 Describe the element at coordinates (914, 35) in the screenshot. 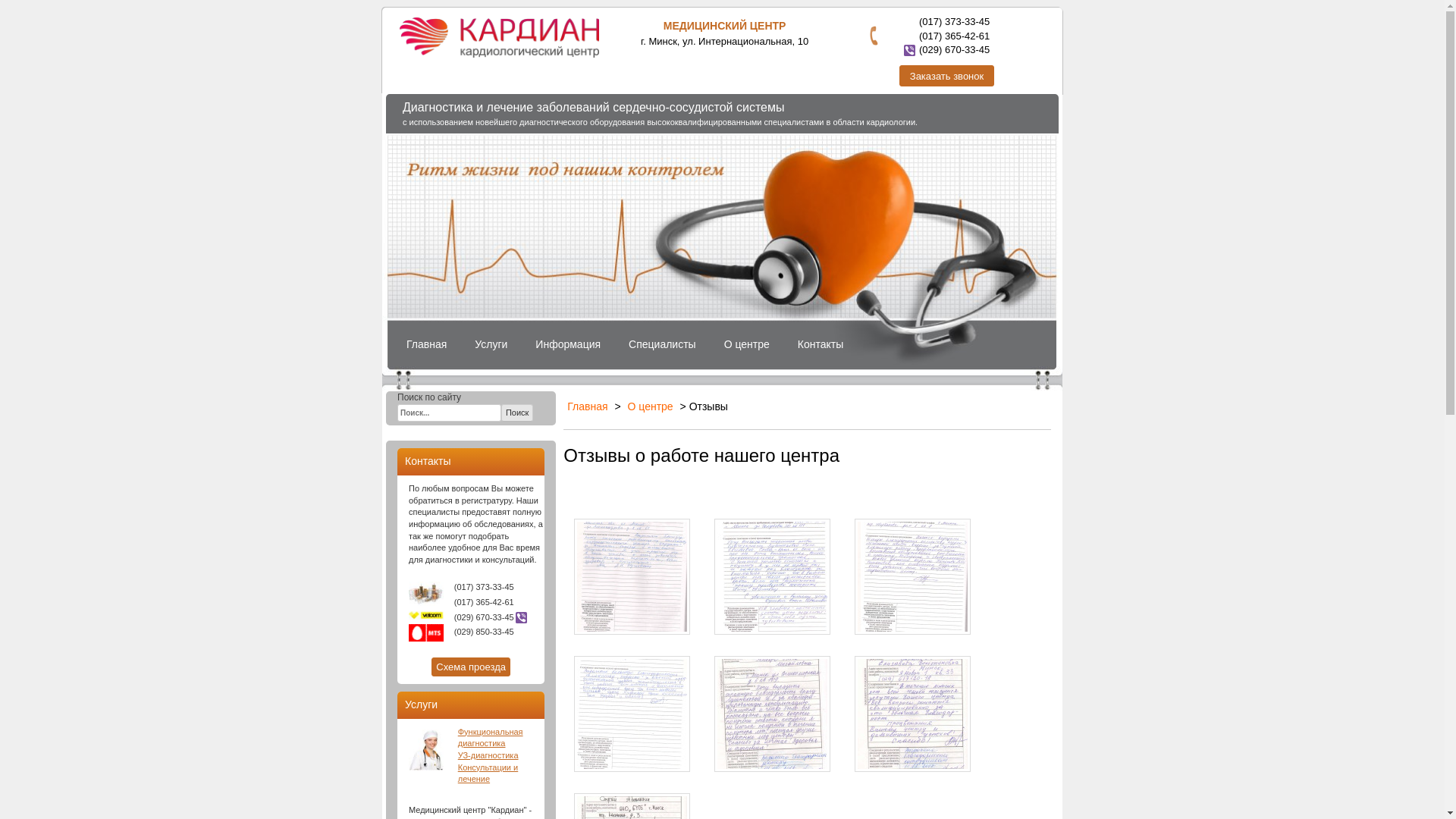

I see `'(017) 365-42-61'` at that location.